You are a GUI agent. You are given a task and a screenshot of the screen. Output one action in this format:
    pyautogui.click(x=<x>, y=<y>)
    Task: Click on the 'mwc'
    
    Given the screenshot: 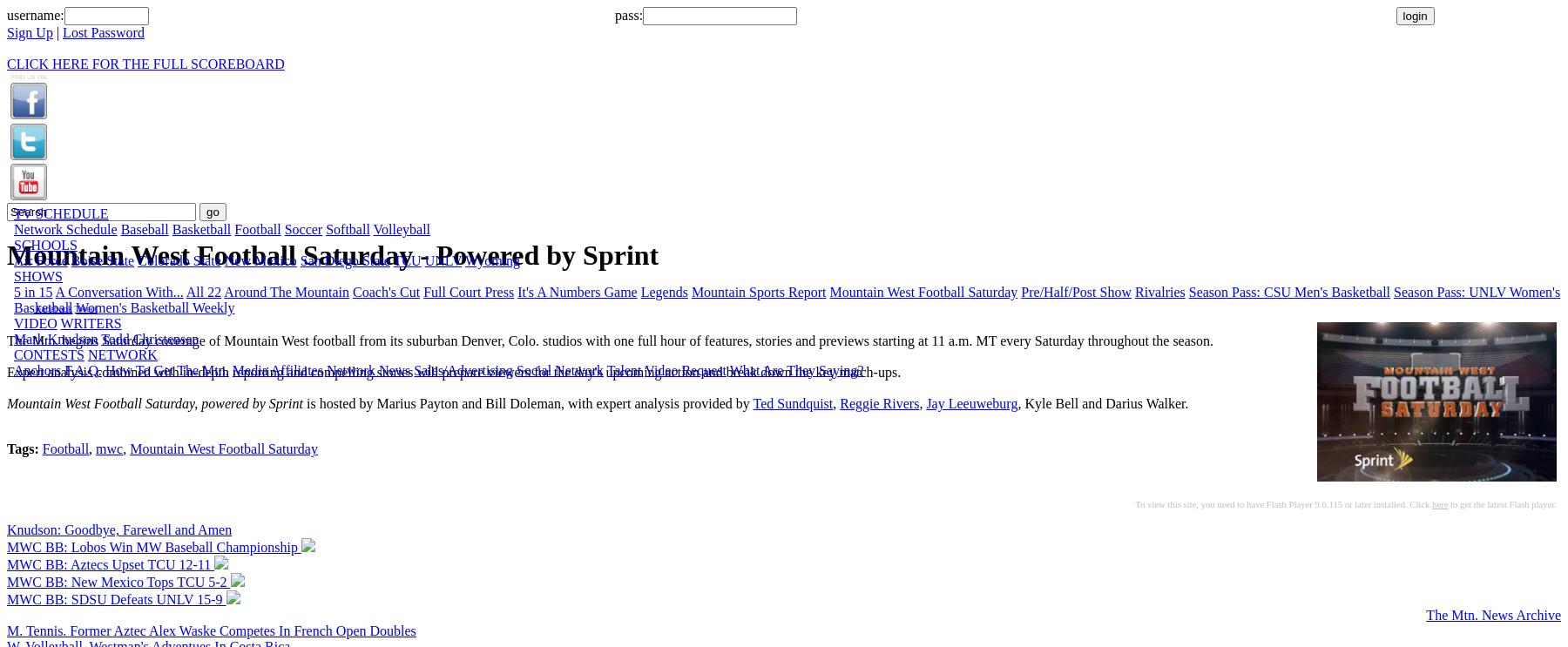 What is the action you would take?
    pyautogui.click(x=109, y=447)
    